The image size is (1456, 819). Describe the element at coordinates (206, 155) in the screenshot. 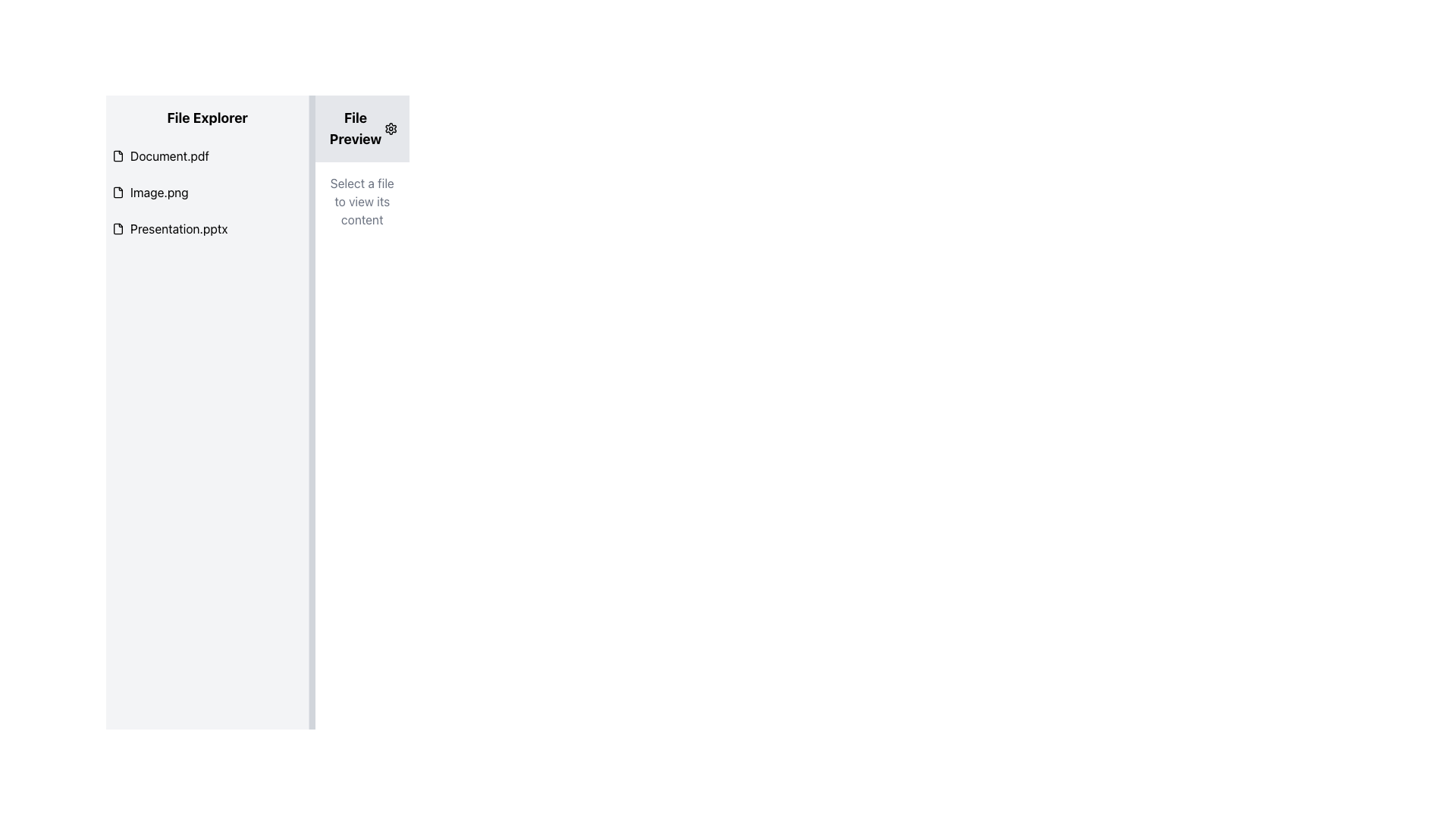

I see `on the first list item in the 'File Explorer' panel, which represents the file named 'Document.pdf'` at that location.